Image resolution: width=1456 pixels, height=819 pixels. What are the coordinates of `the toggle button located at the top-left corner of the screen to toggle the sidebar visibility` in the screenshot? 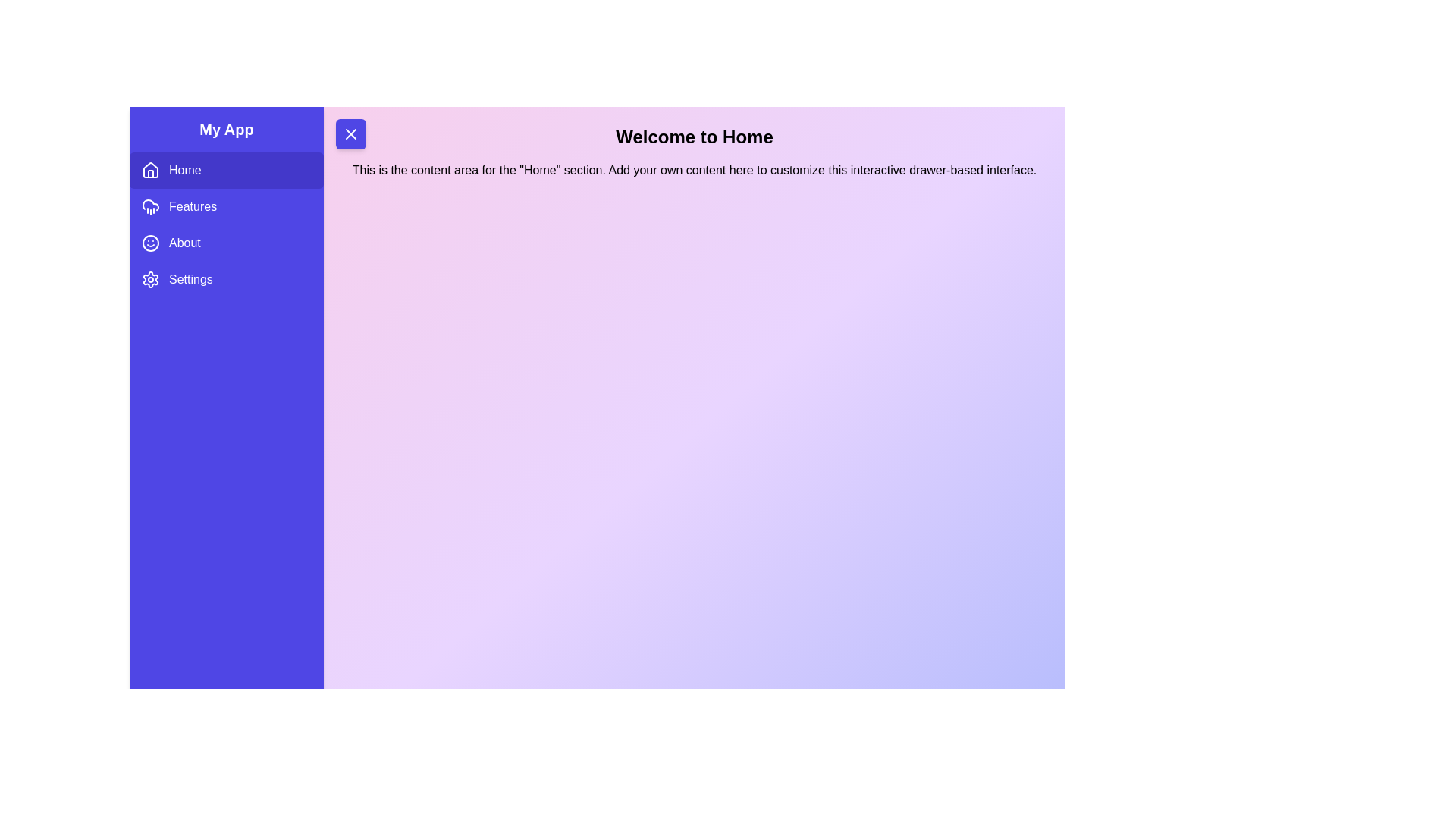 It's located at (350, 133).